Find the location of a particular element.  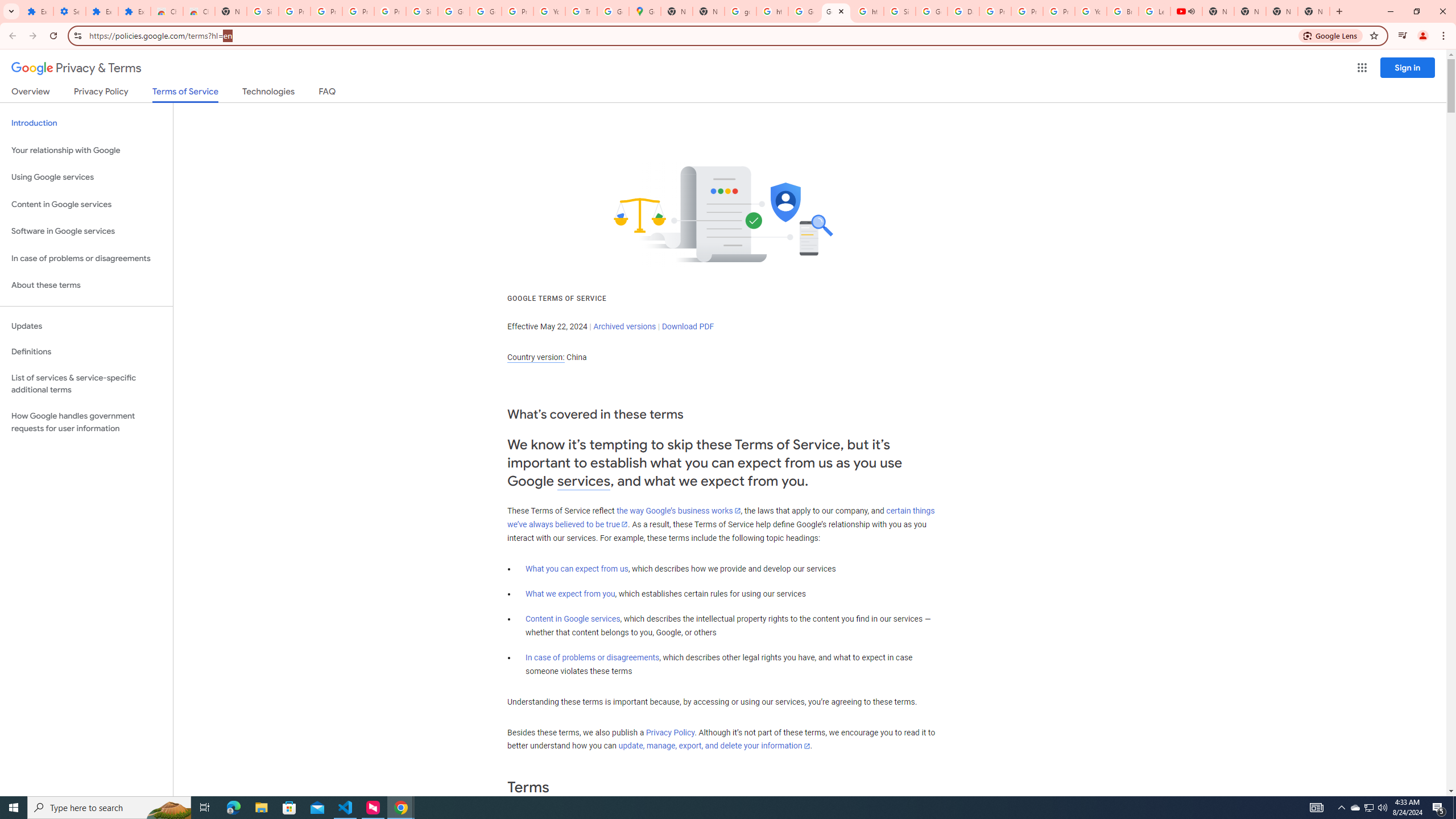

'Sign in - Google Accounts' is located at coordinates (899, 11).